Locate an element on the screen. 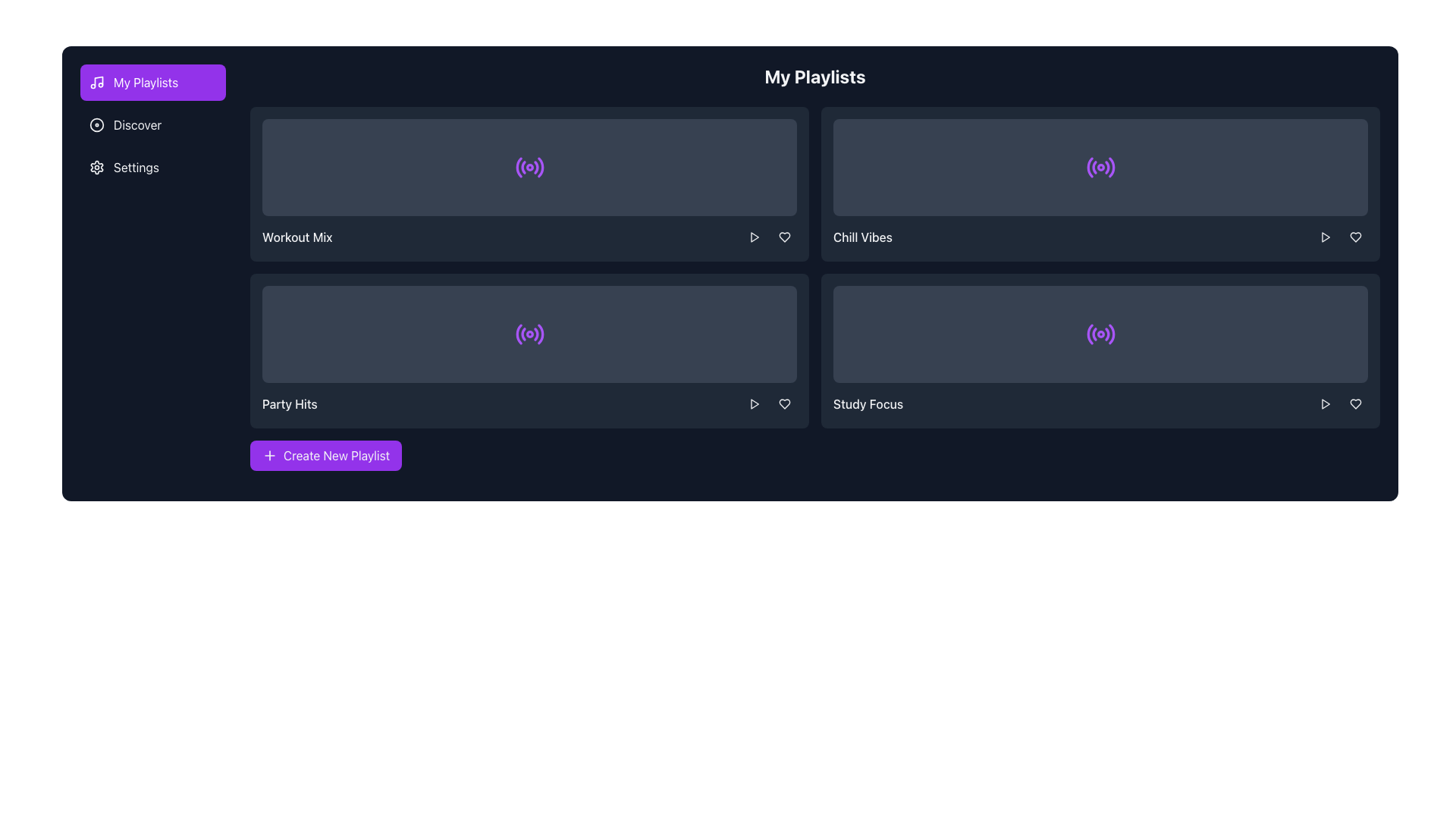  the heart-shaped SVG icon in the bottom-right corner of the 'Study Focus' playlist card to mark it as a favorite is located at coordinates (785, 403).